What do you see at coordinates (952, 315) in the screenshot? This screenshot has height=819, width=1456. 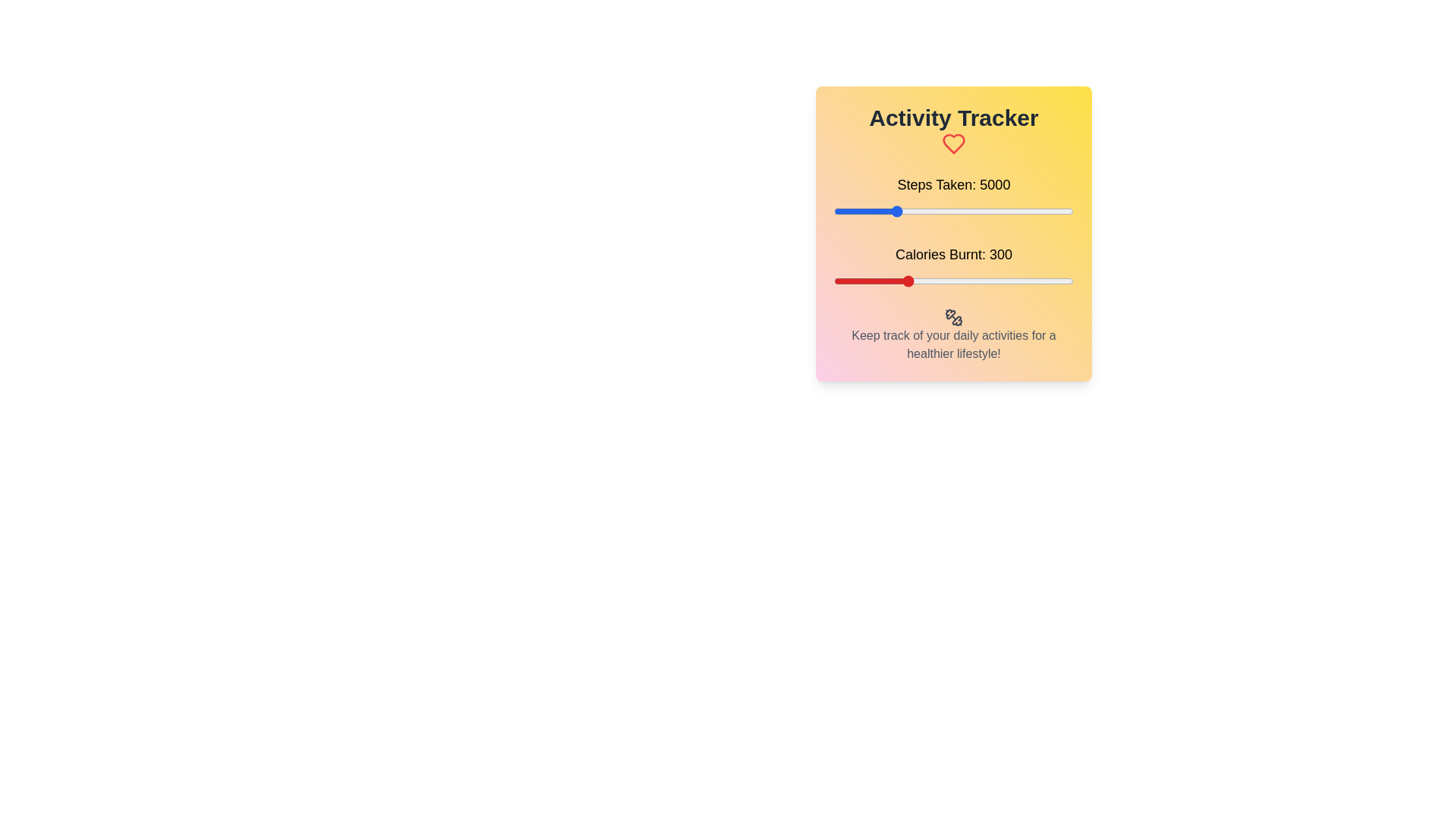 I see `the fitness icon located in the lower central region of the 'Activity Tracker' section, positioned above the text 'Keep track of your daily activities for a healthier lifestyle!'` at bounding box center [952, 315].